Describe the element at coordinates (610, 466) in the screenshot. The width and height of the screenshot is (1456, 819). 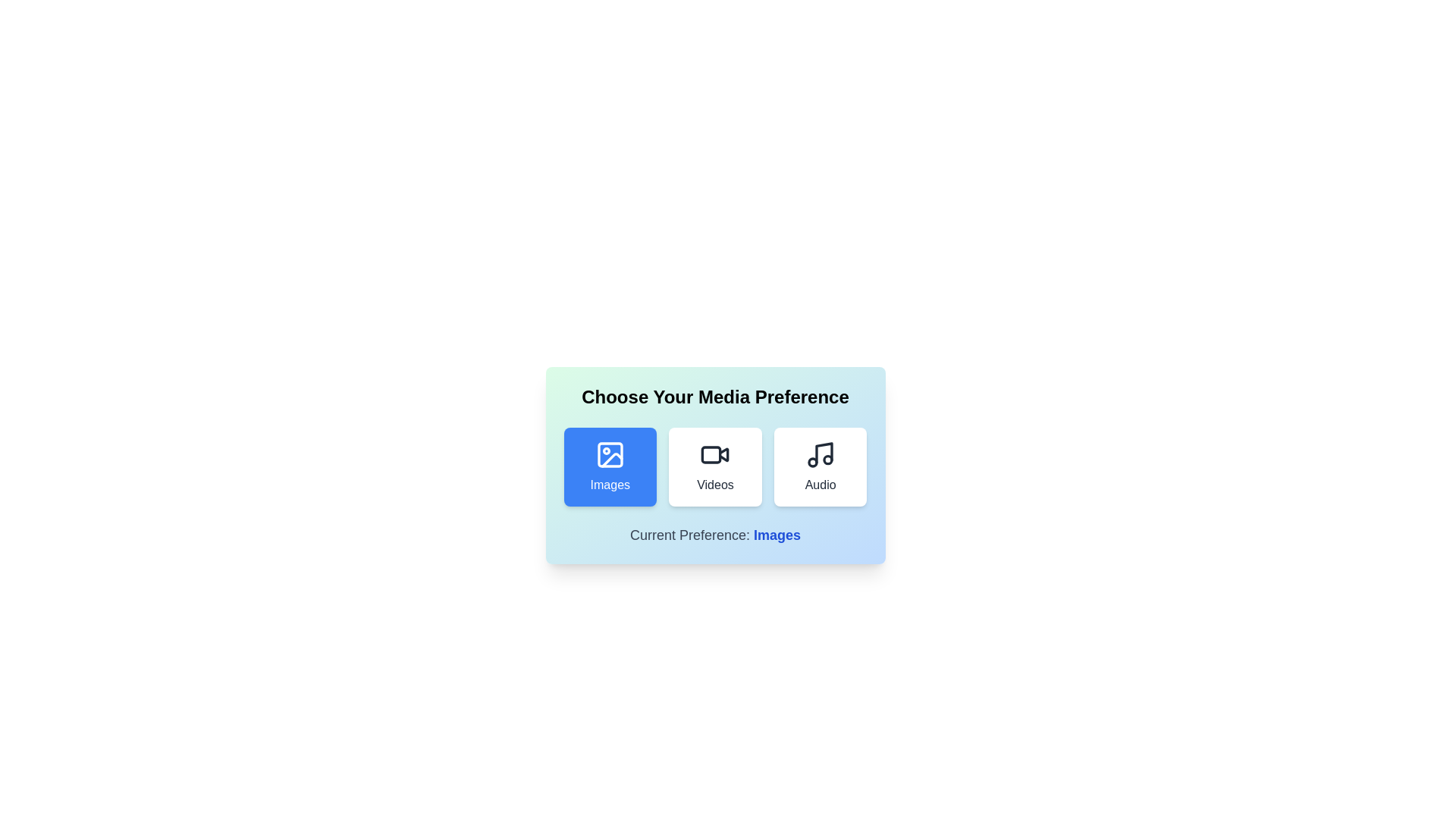
I see `the media preference Images by clicking on the corresponding button` at that location.